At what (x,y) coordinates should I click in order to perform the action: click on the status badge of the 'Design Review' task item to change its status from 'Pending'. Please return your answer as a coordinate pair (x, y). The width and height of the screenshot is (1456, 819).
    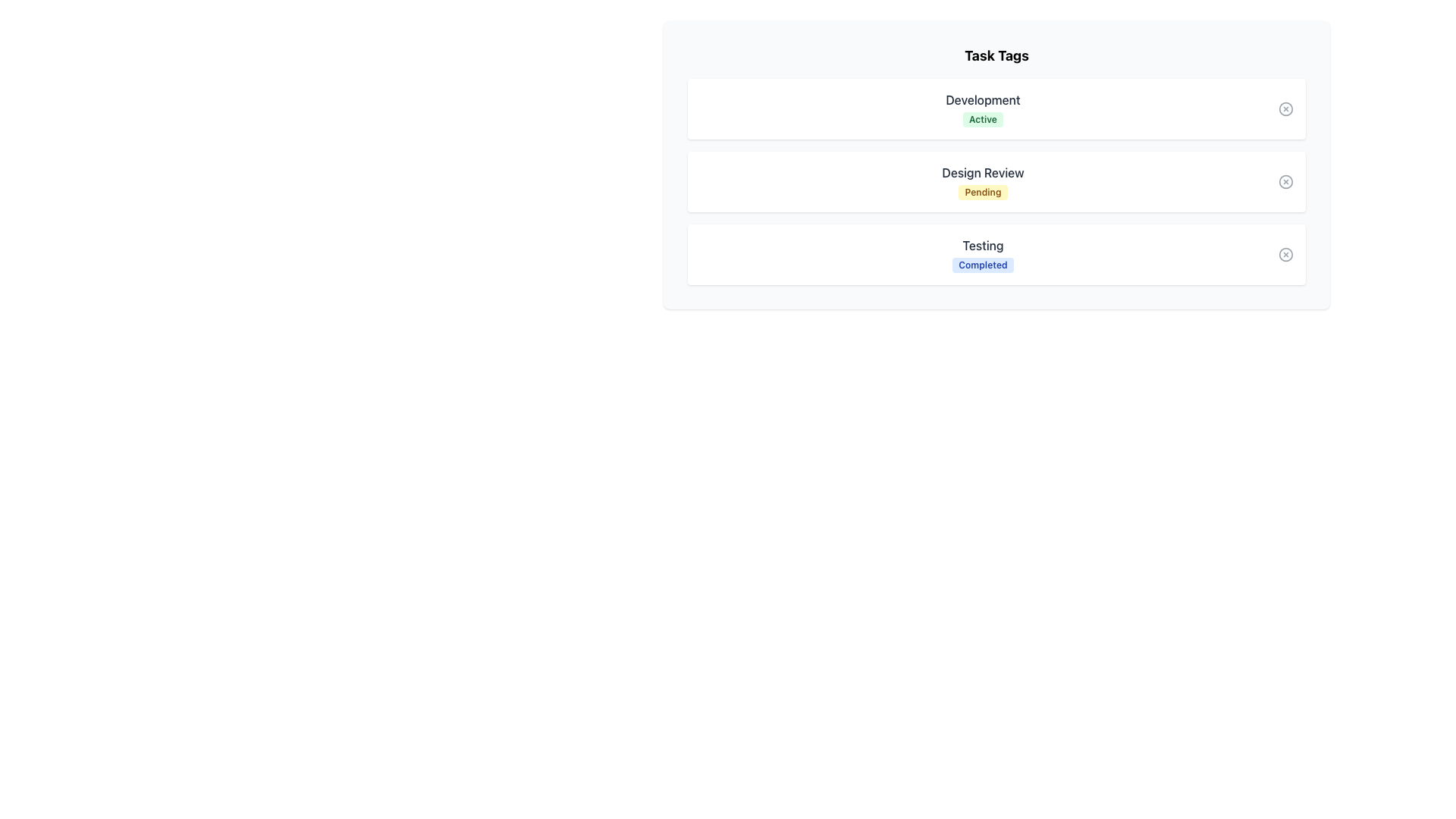
    Looking at the image, I should click on (996, 180).